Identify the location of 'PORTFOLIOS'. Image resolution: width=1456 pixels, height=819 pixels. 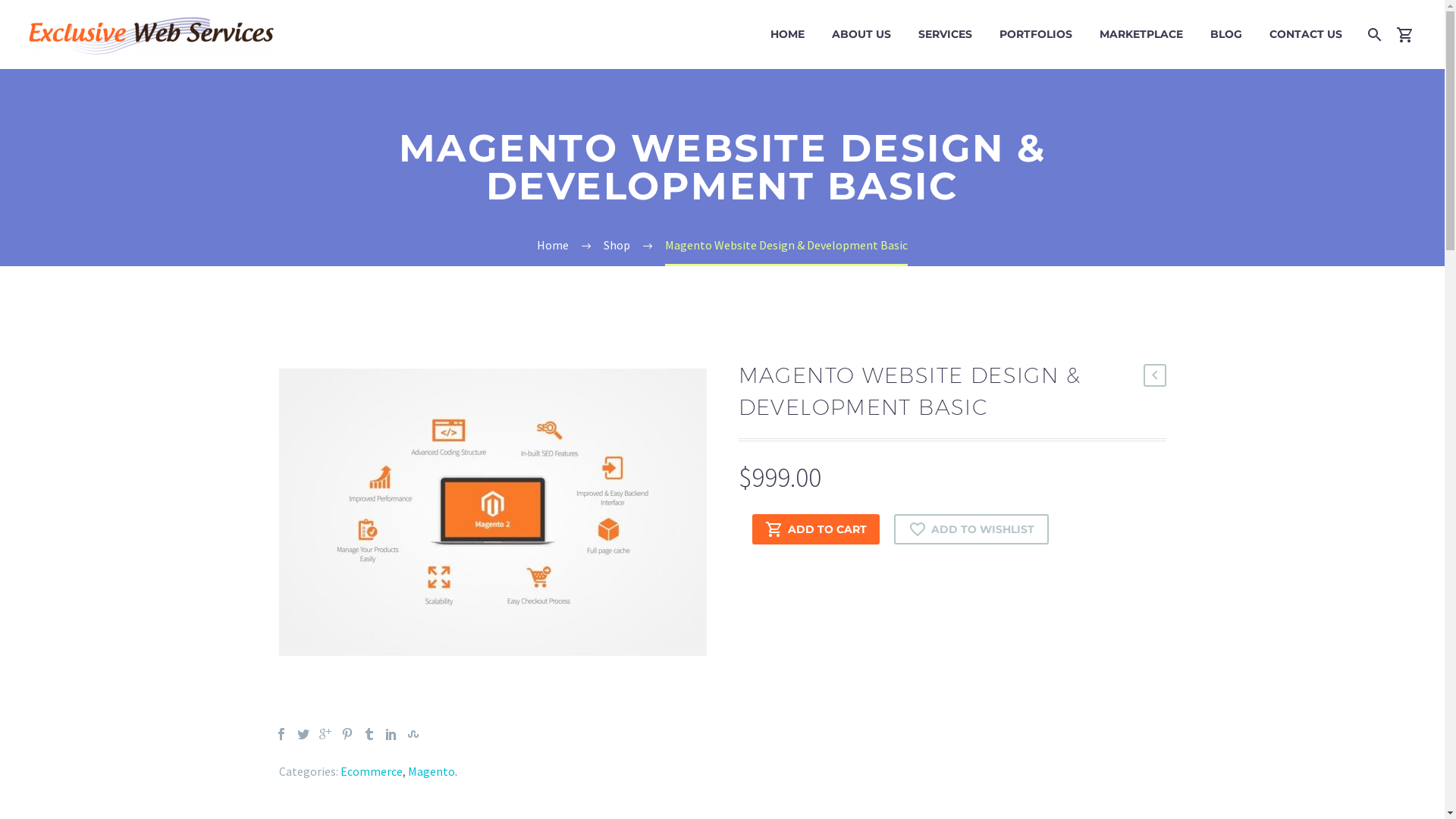
(1035, 34).